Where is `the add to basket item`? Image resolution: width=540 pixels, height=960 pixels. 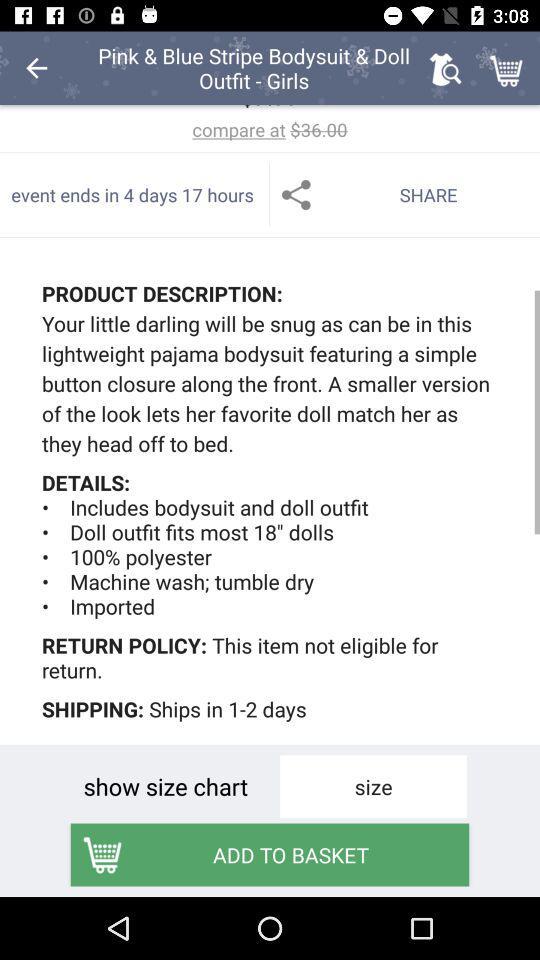 the add to basket item is located at coordinates (270, 853).